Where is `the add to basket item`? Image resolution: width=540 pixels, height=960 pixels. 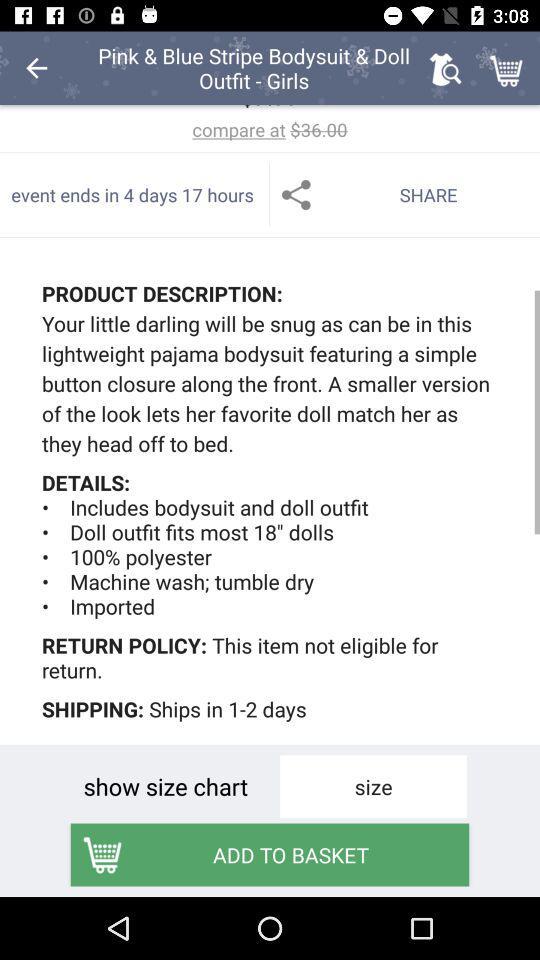 the add to basket item is located at coordinates (270, 853).